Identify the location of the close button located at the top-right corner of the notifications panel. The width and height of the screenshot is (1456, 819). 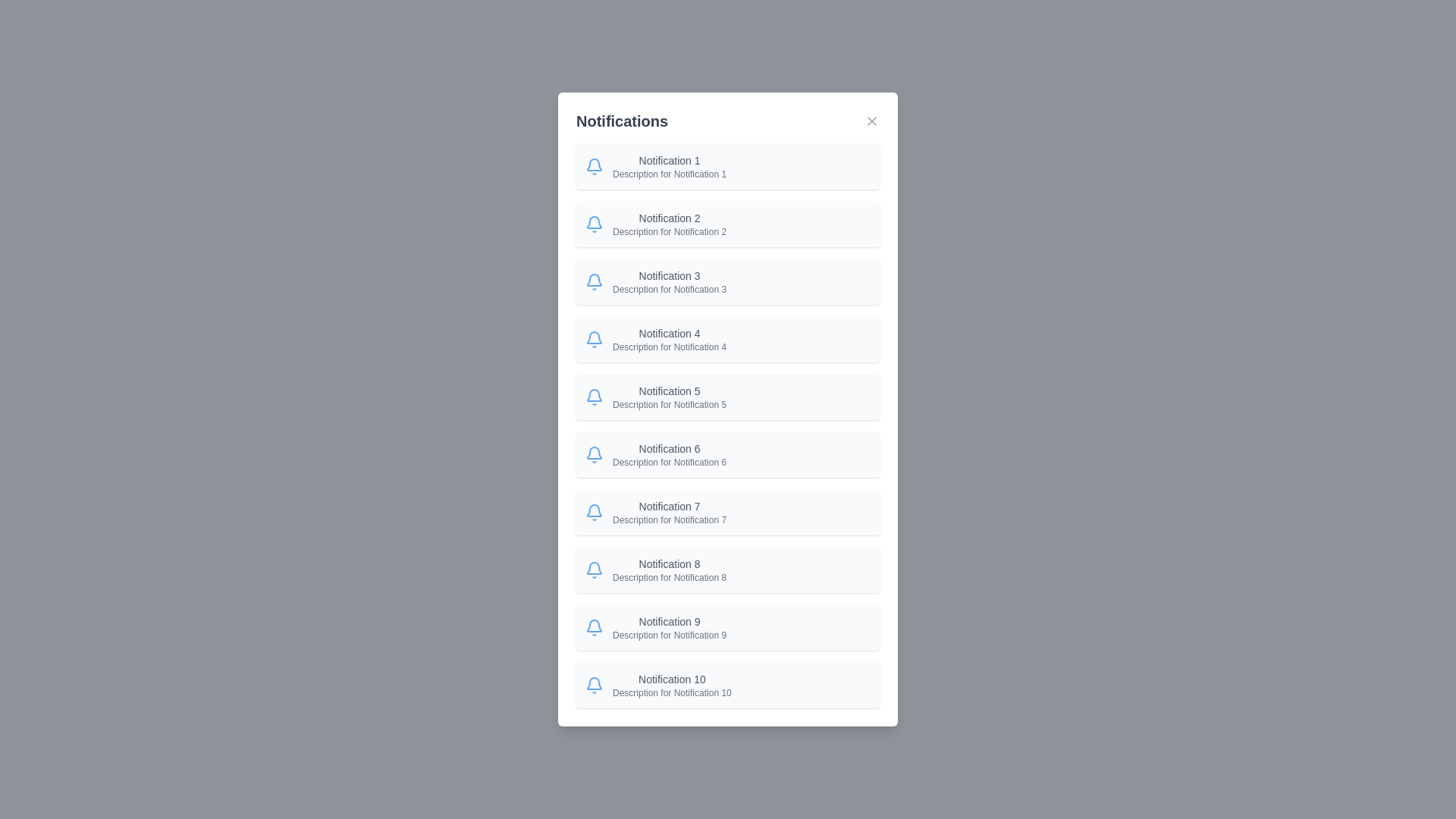
(872, 120).